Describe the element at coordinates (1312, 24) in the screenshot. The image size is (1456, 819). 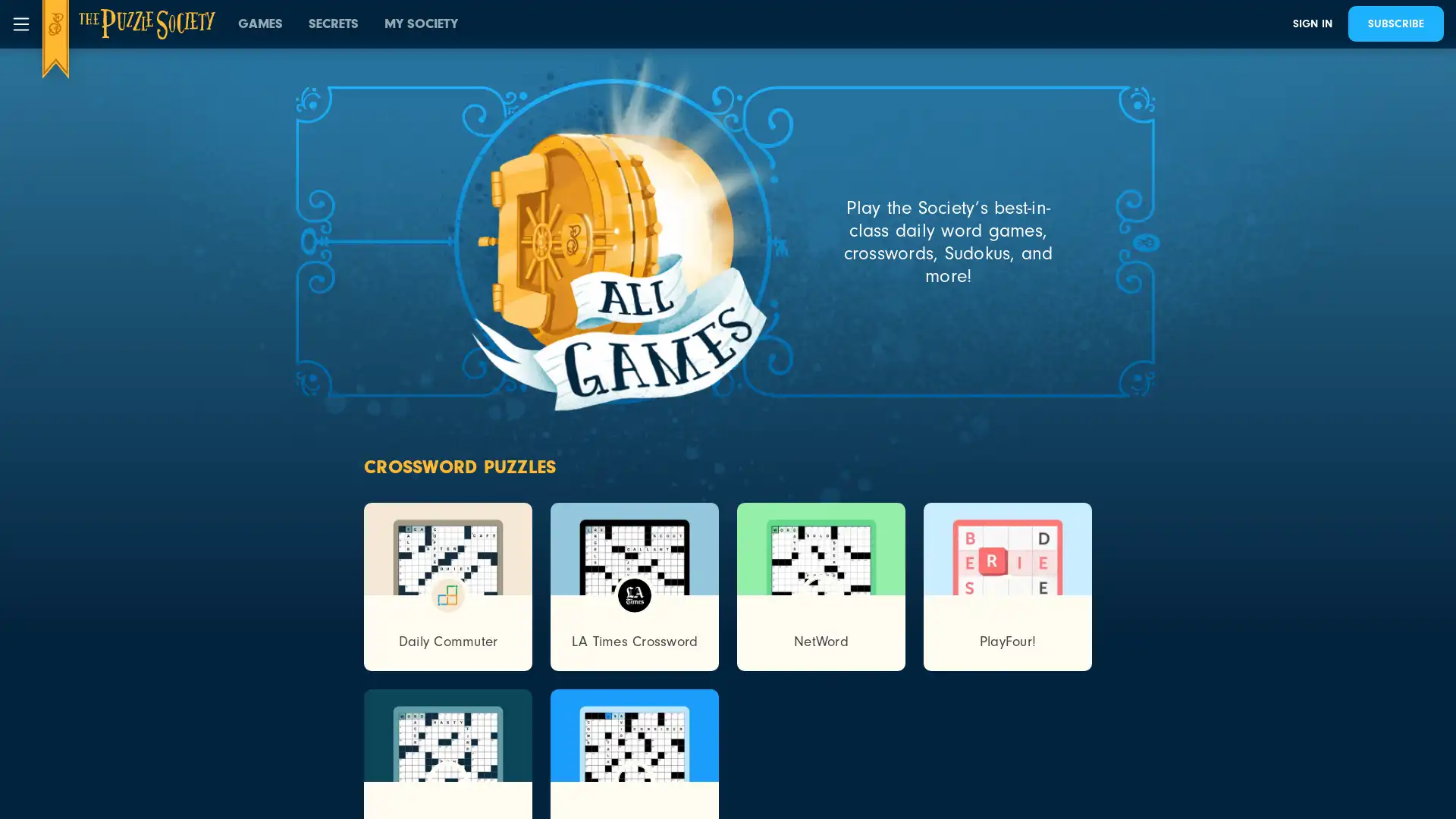
I see `SIGN IN` at that location.